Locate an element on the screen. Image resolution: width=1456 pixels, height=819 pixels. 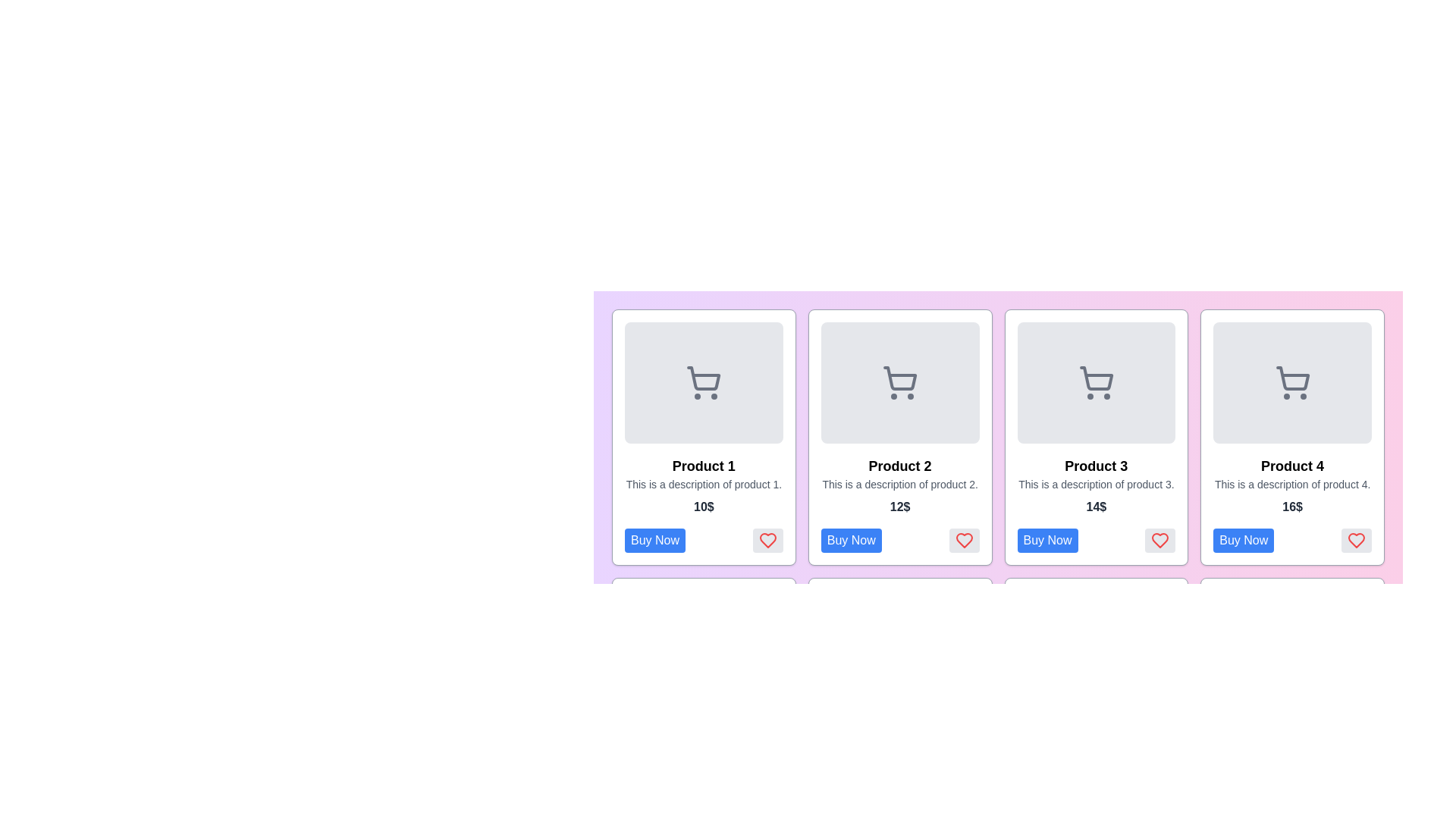
the static text label displaying the product title in the fourth card of the grid layout is located at coordinates (1291, 465).